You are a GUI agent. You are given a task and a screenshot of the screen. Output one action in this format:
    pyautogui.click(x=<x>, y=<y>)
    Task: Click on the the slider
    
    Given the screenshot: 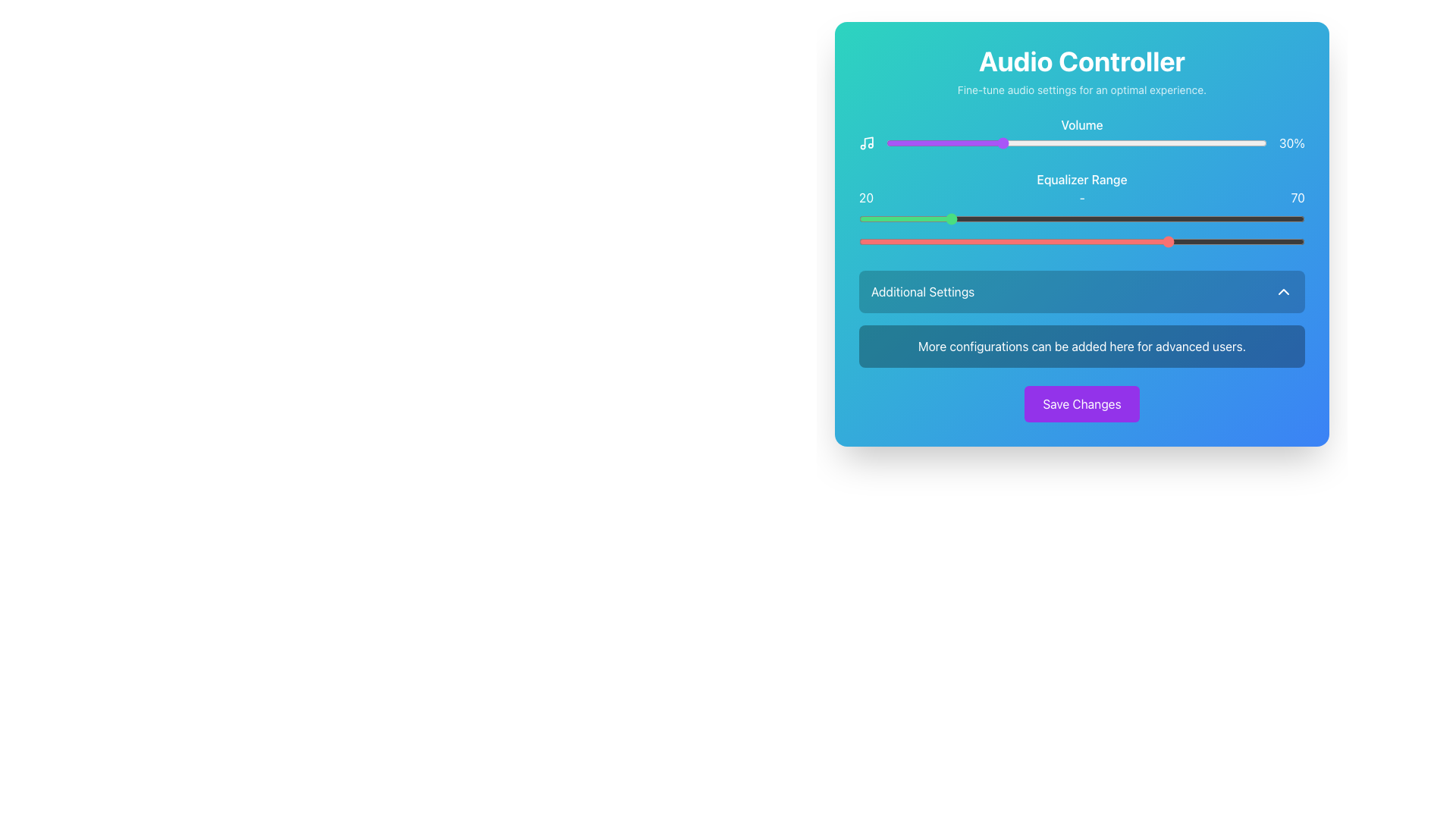 What is the action you would take?
    pyautogui.click(x=965, y=143)
    